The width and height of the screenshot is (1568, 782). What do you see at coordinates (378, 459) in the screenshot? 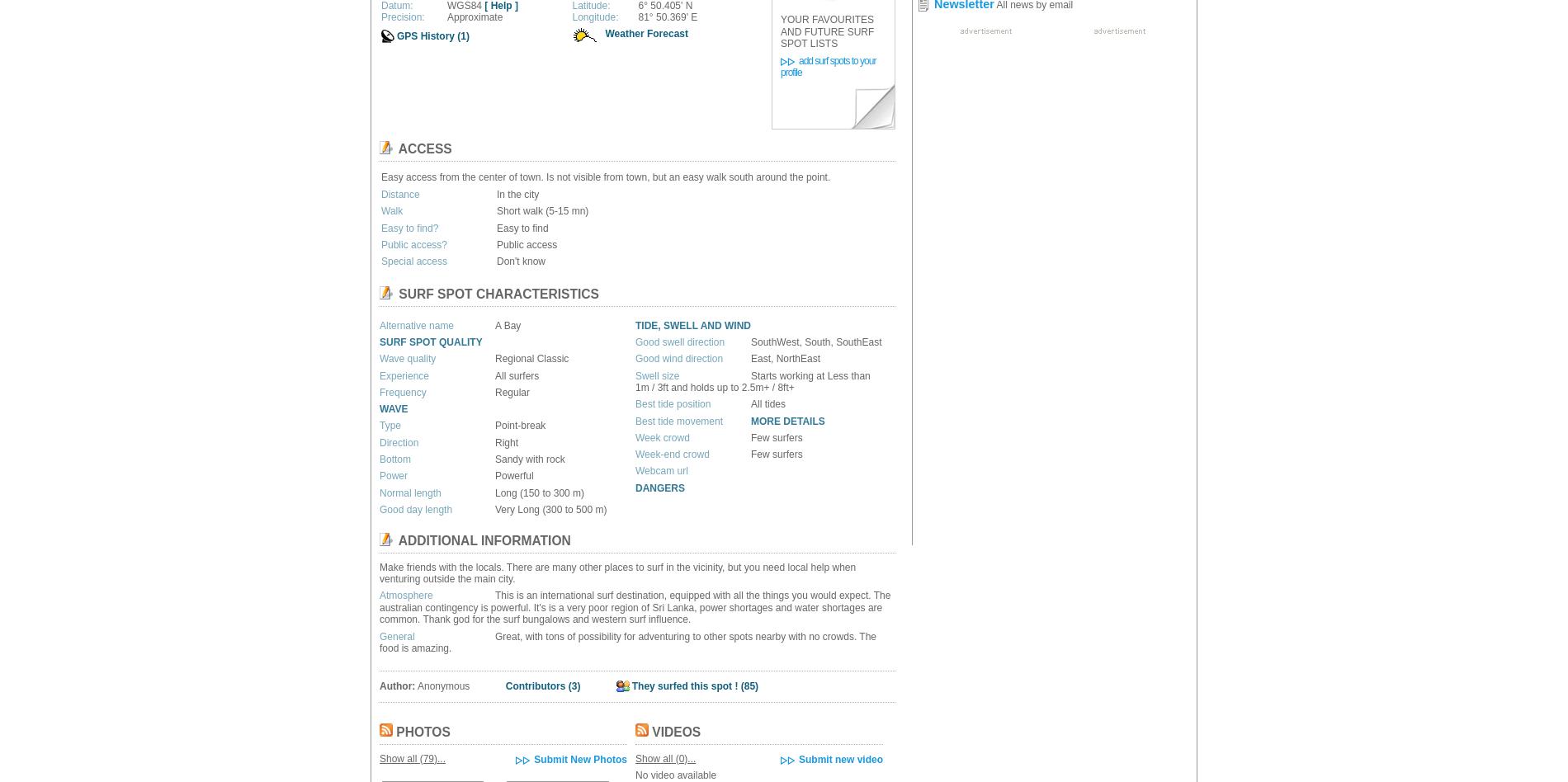
I see `'Bottom'` at bounding box center [378, 459].